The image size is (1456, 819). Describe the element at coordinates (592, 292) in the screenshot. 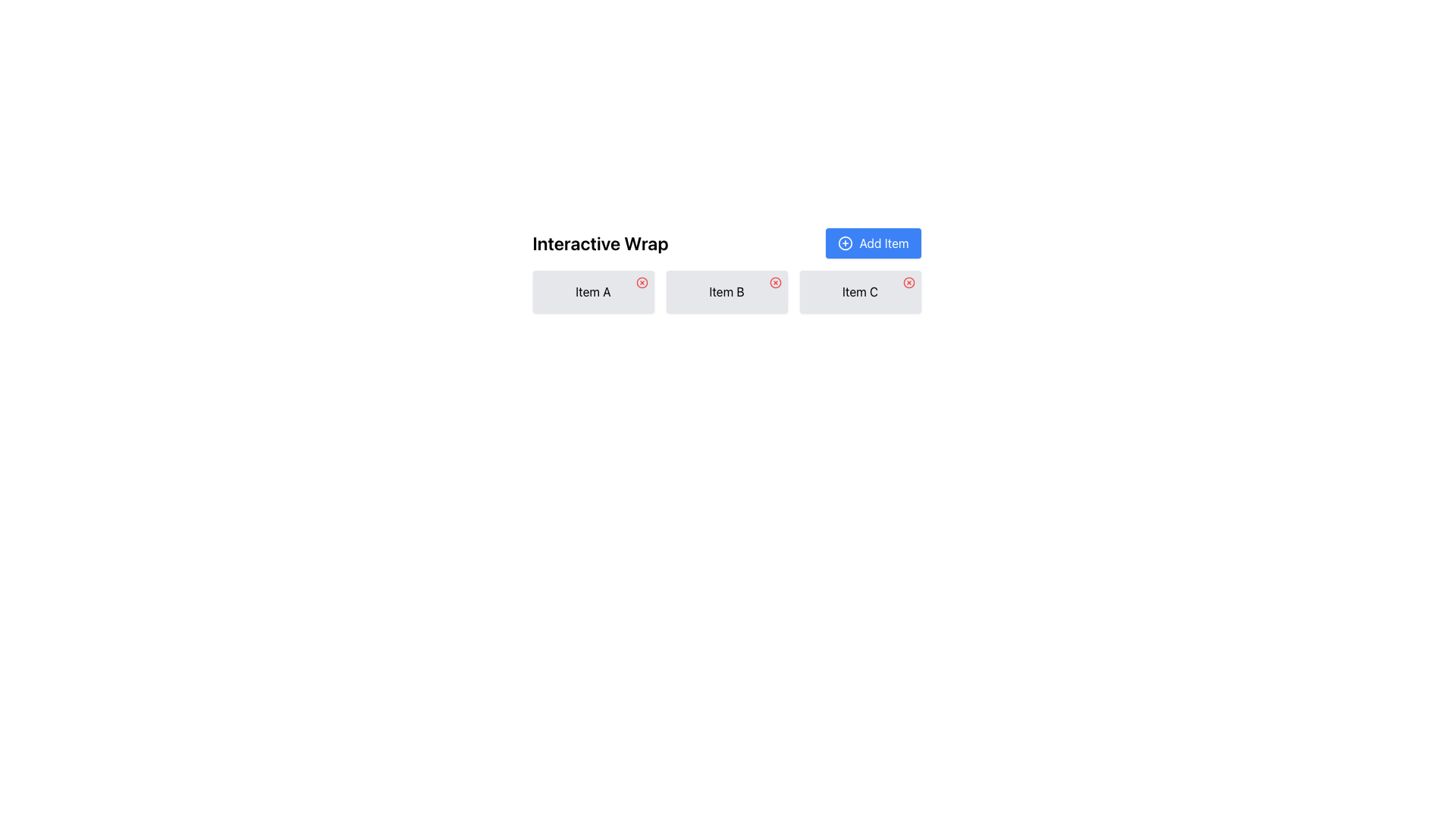

I see `the text on the first card` at that location.